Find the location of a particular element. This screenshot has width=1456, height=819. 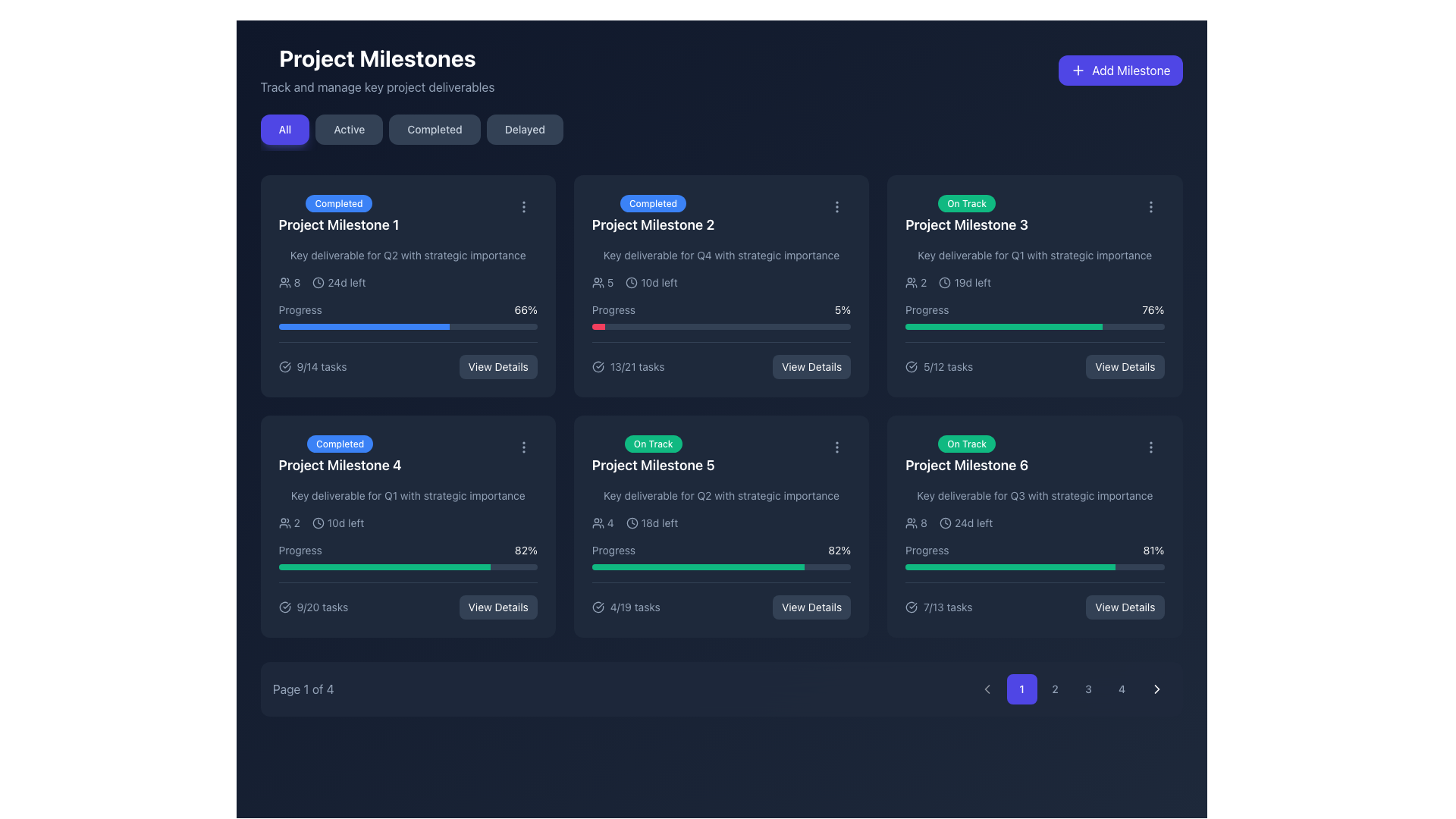

heading text element at the top of the interface that serves as a title for managing and tracking project milestones is located at coordinates (377, 58).